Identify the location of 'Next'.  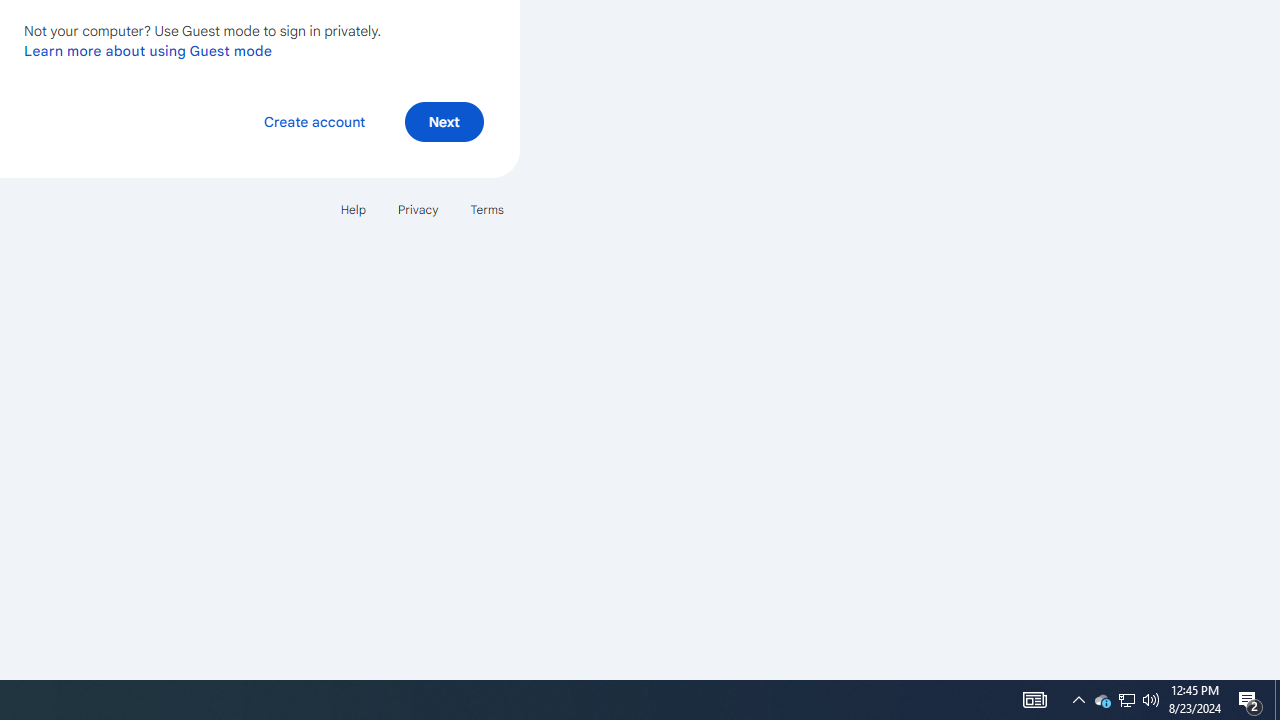
(443, 122).